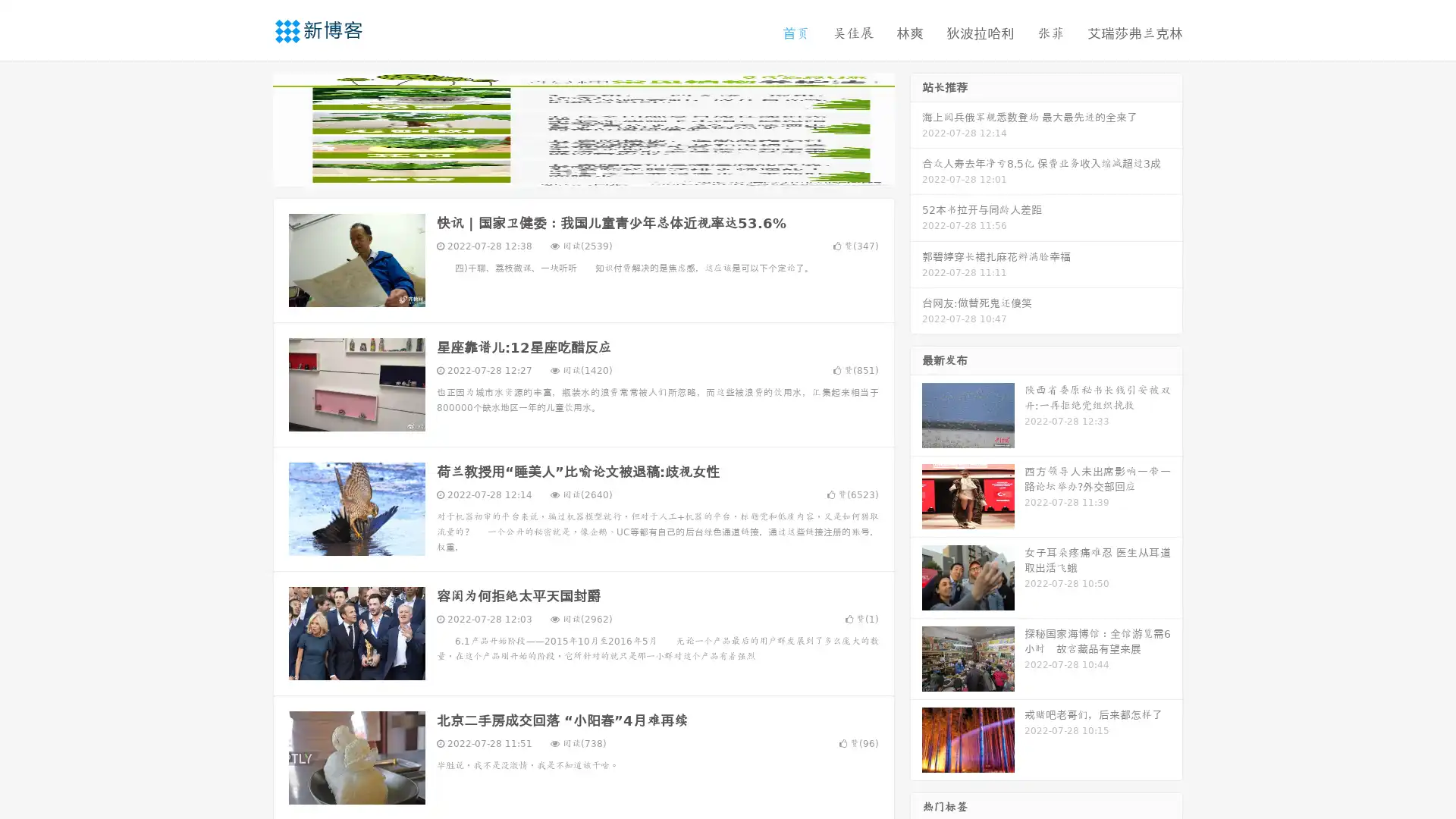 This screenshot has height=819, width=1456. Describe the element at coordinates (582, 171) in the screenshot. I see `Go to slide 2` at that location.